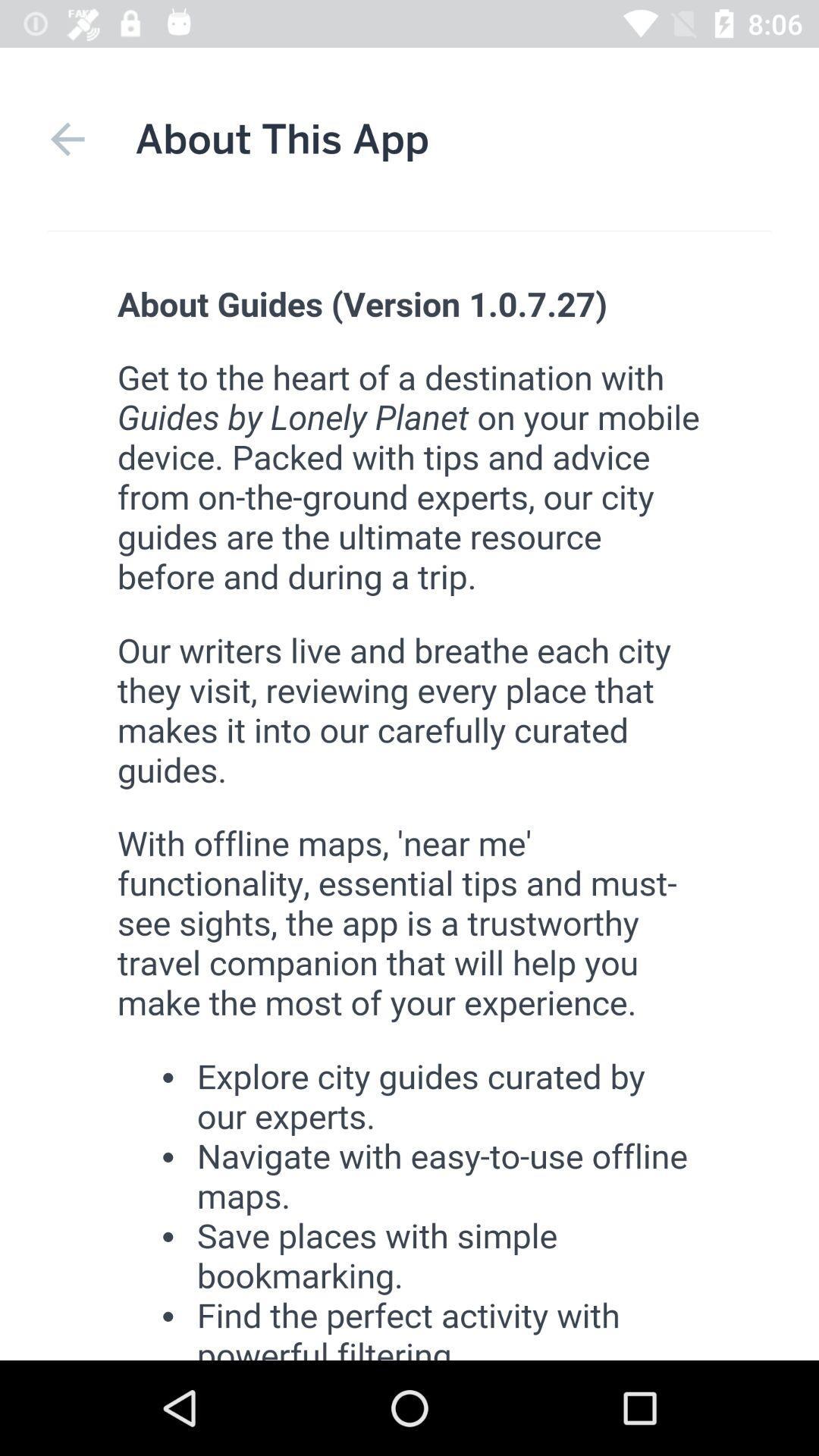  What do you see at coordinates (67, 139) in the screenshot?
I see `previous button` at bounding box center [67, 139].